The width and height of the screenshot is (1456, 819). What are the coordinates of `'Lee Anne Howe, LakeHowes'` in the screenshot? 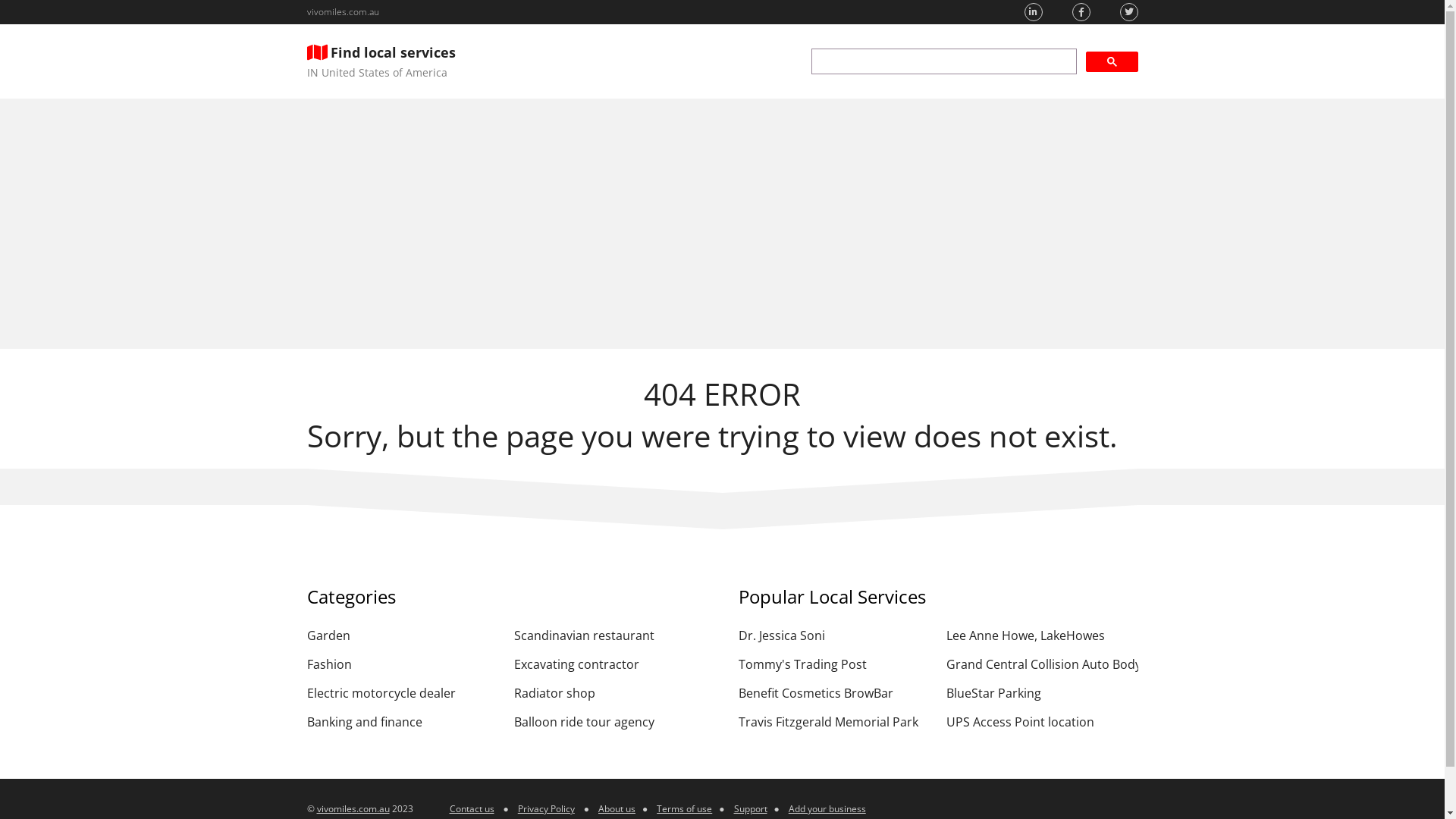 It's located at (946, 635).